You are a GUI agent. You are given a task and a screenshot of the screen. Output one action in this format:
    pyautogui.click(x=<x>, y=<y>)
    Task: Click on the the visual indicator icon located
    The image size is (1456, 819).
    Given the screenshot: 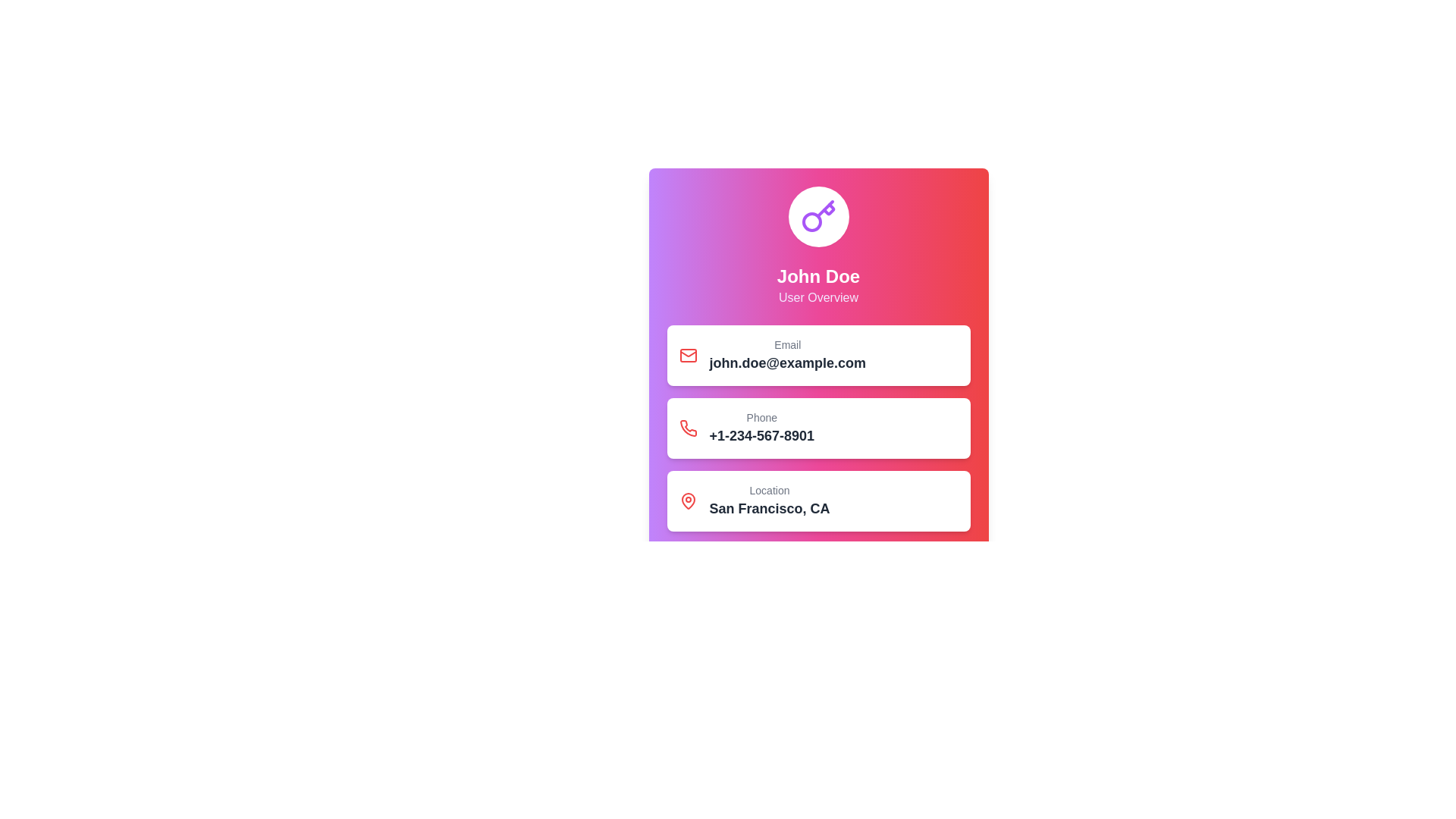 What is the action you would take?
    pyautogui.click(x=687, y=428)
    